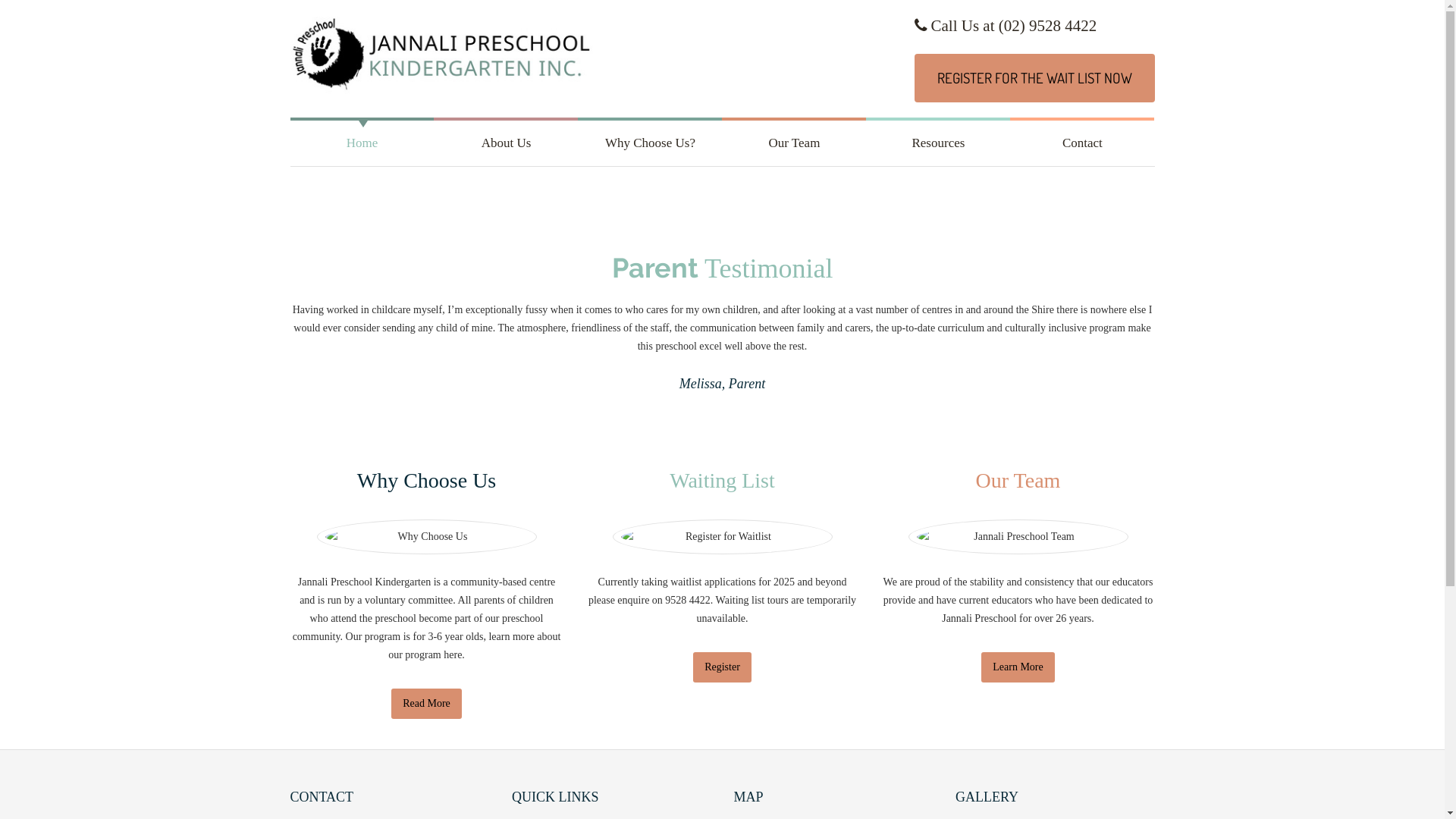 The image size is (1456, 819). What do you see at coordinates (1006, 26) in the screenshot?
I see `'Call Us at (02) 9528 4422'` at bounding box center [1006, 26].